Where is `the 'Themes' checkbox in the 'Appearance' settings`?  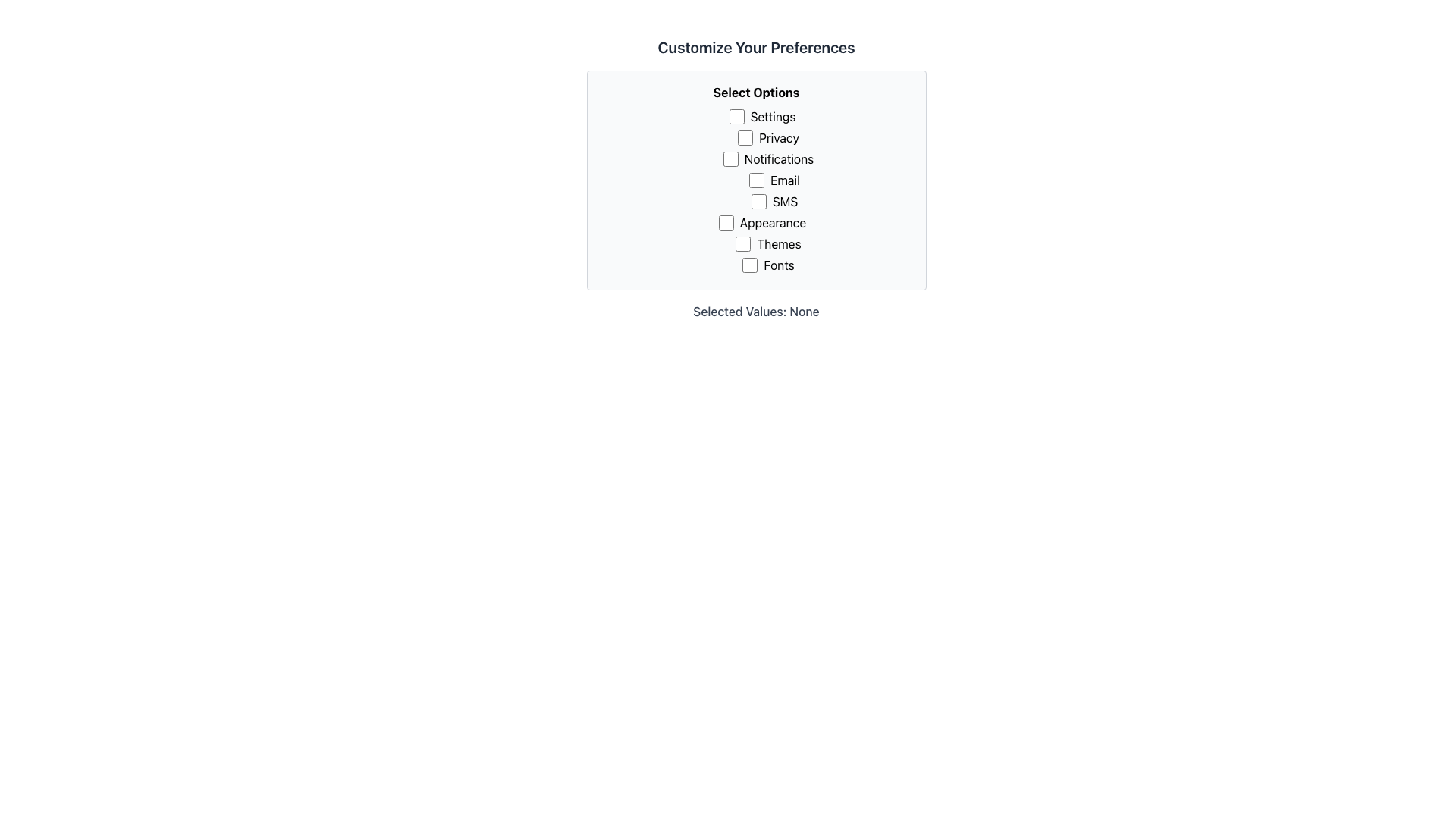 the 'Themes' checkbox in the 'Appearance' settings is located at coordinates (762, 245).